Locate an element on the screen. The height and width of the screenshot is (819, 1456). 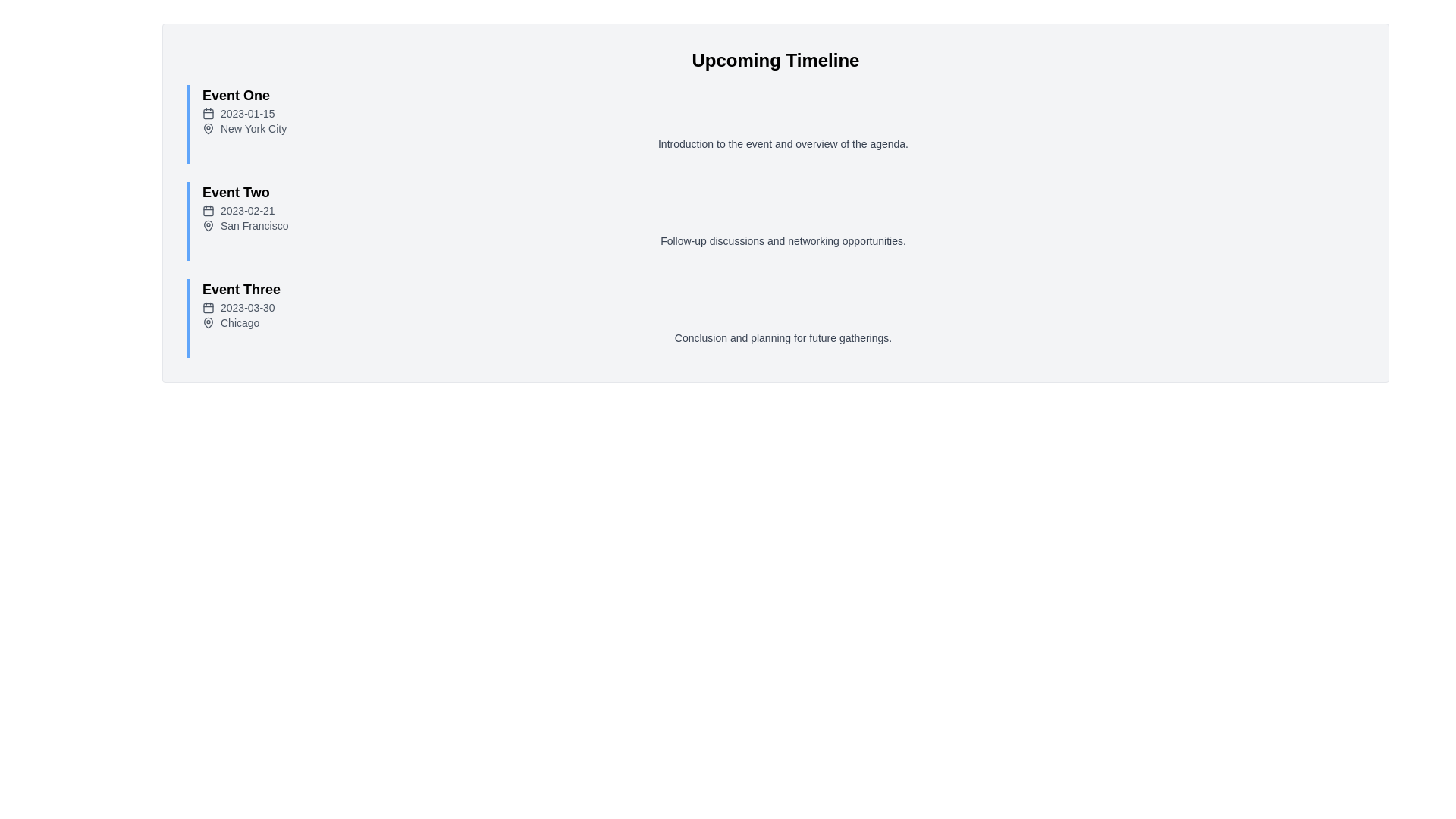
the icon representing the date associated with 'Event Two' is located at coordinates (207, 210).